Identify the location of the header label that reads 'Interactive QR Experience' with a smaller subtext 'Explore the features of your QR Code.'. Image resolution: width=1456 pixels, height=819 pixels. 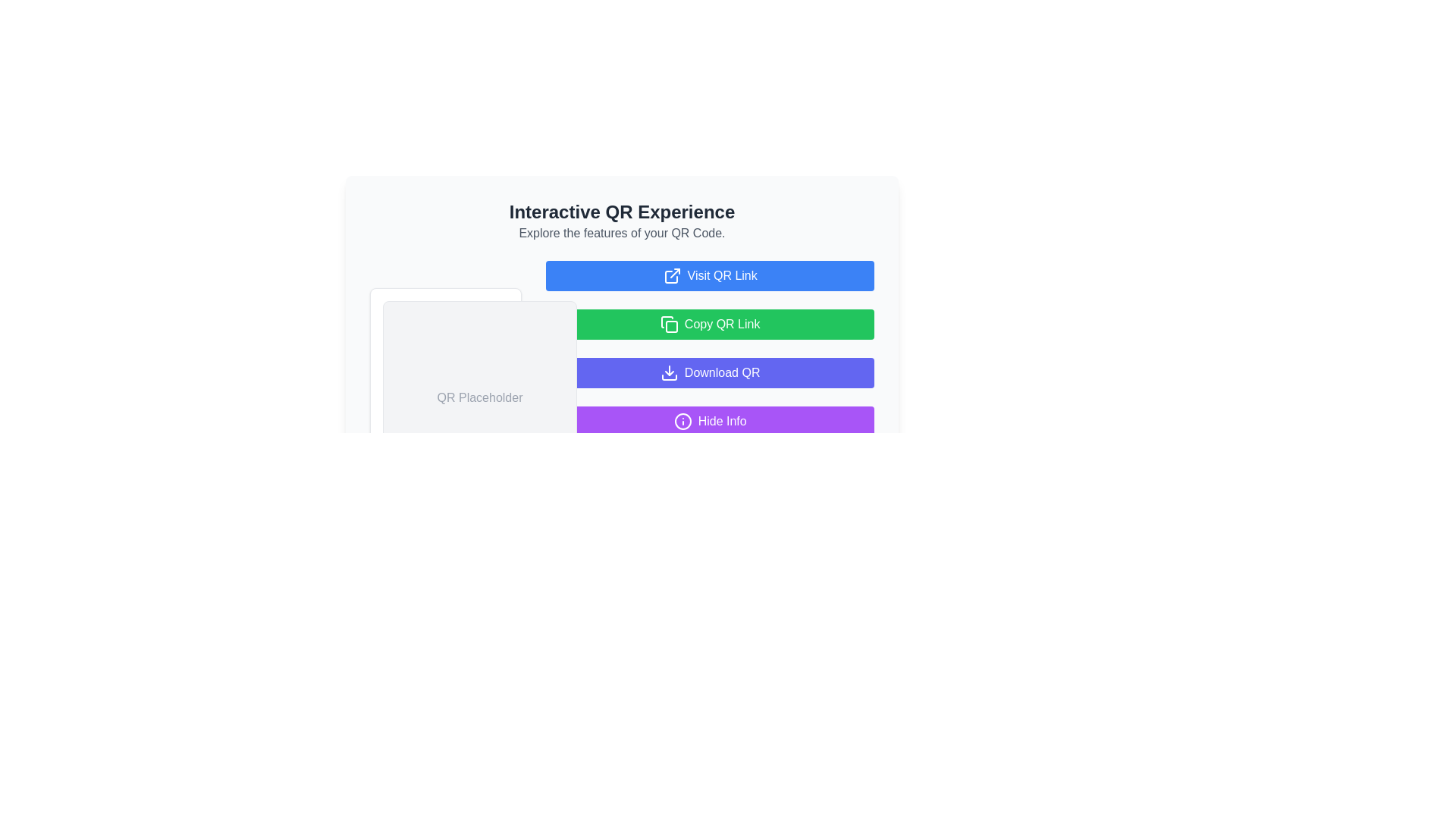
(622, 221).